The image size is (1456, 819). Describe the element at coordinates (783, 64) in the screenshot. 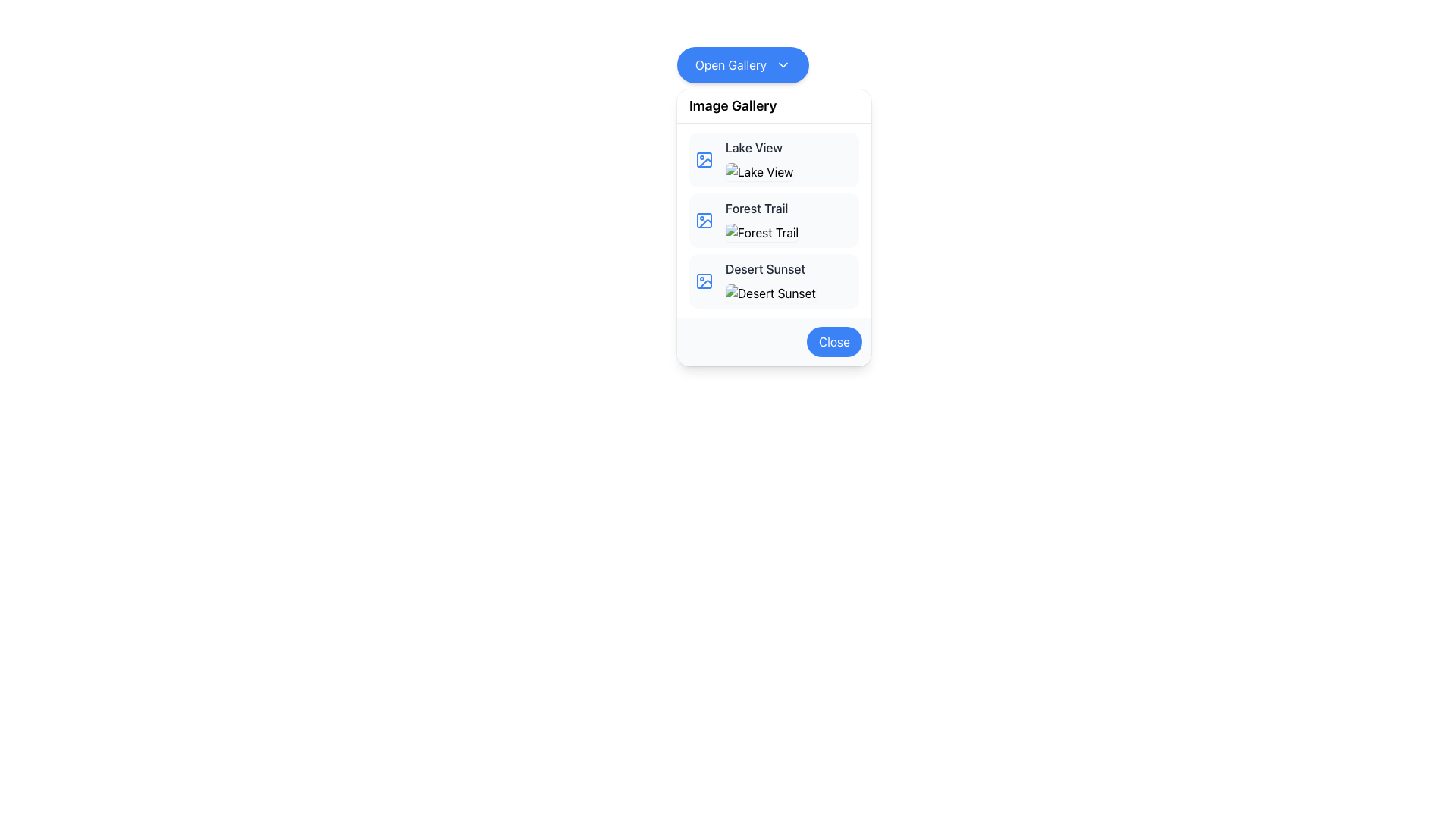

I see `the icon located on the right side of the 'Open Gallery' button` at that location.